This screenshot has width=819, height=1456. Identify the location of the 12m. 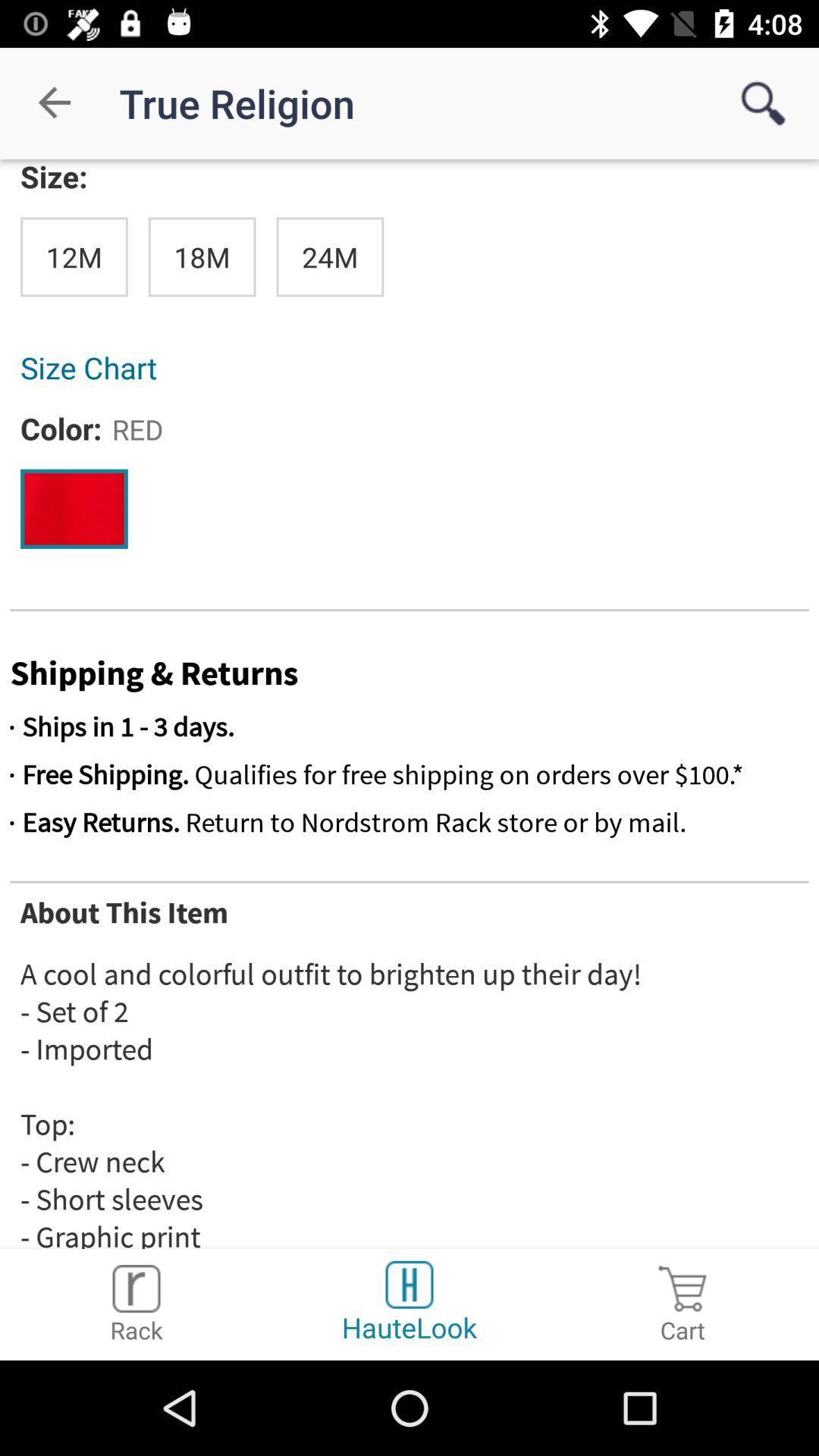
(74, 257).